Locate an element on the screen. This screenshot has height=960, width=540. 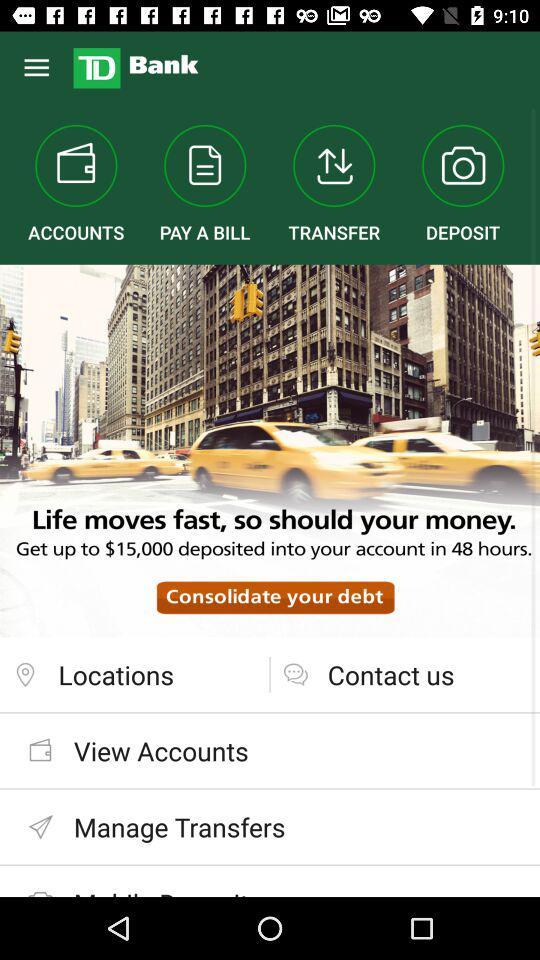
the item above manage transfers item is located at coordinates (270, 749).